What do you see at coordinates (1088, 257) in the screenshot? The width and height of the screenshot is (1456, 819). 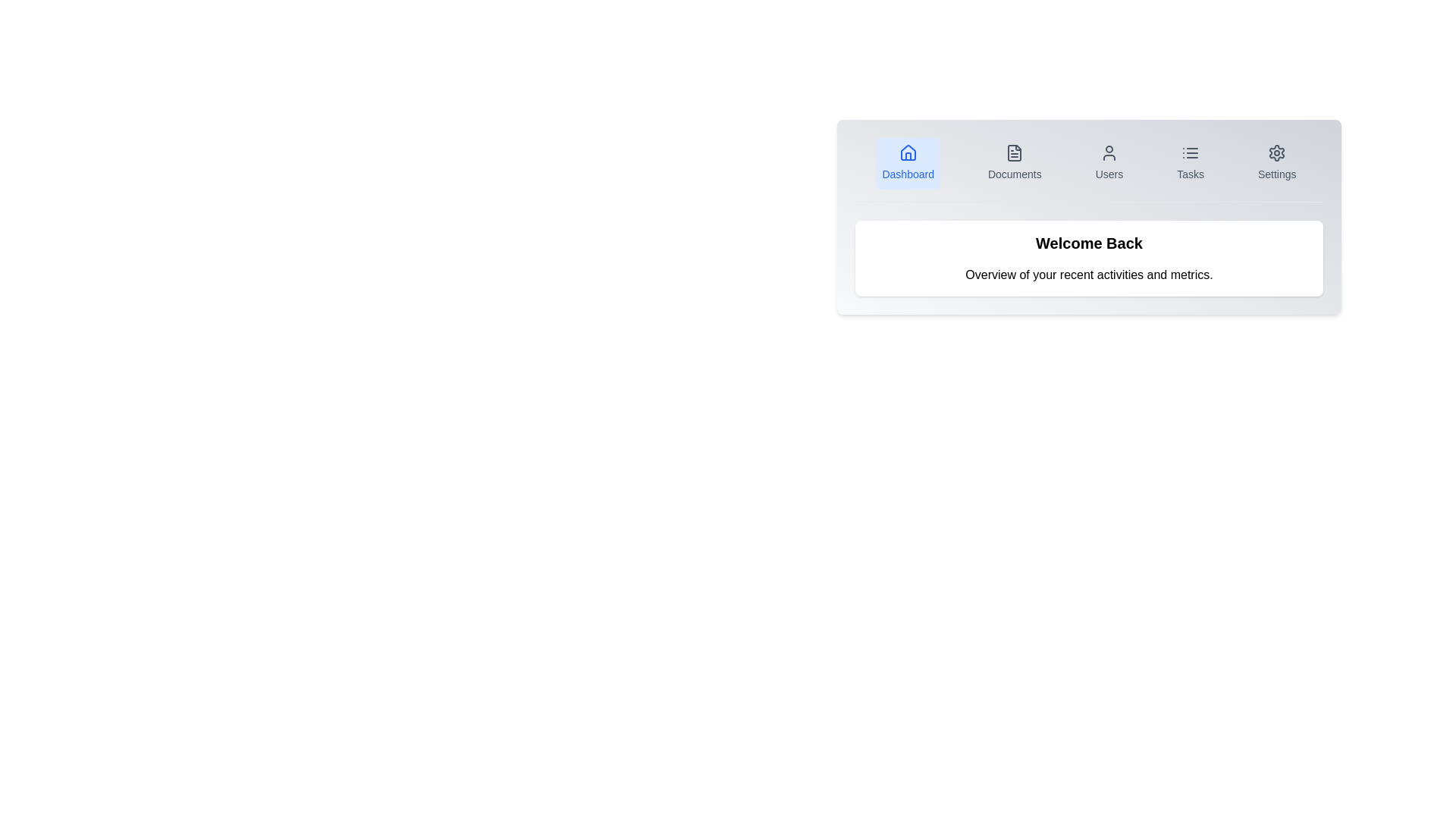 I see `the Informational card located in the middle-bottom region of the interface, below the navigation section` at bounding box center [1088, 257].